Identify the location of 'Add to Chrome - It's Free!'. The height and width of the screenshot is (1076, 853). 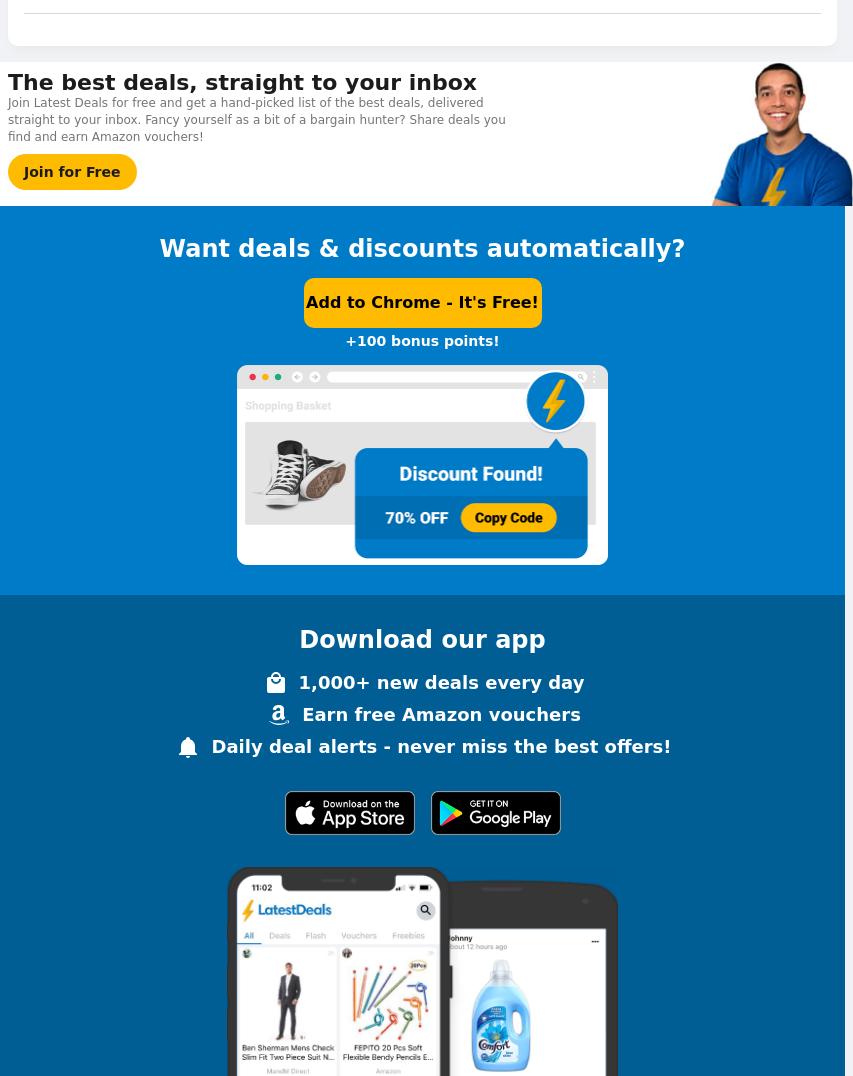
(420, 301).